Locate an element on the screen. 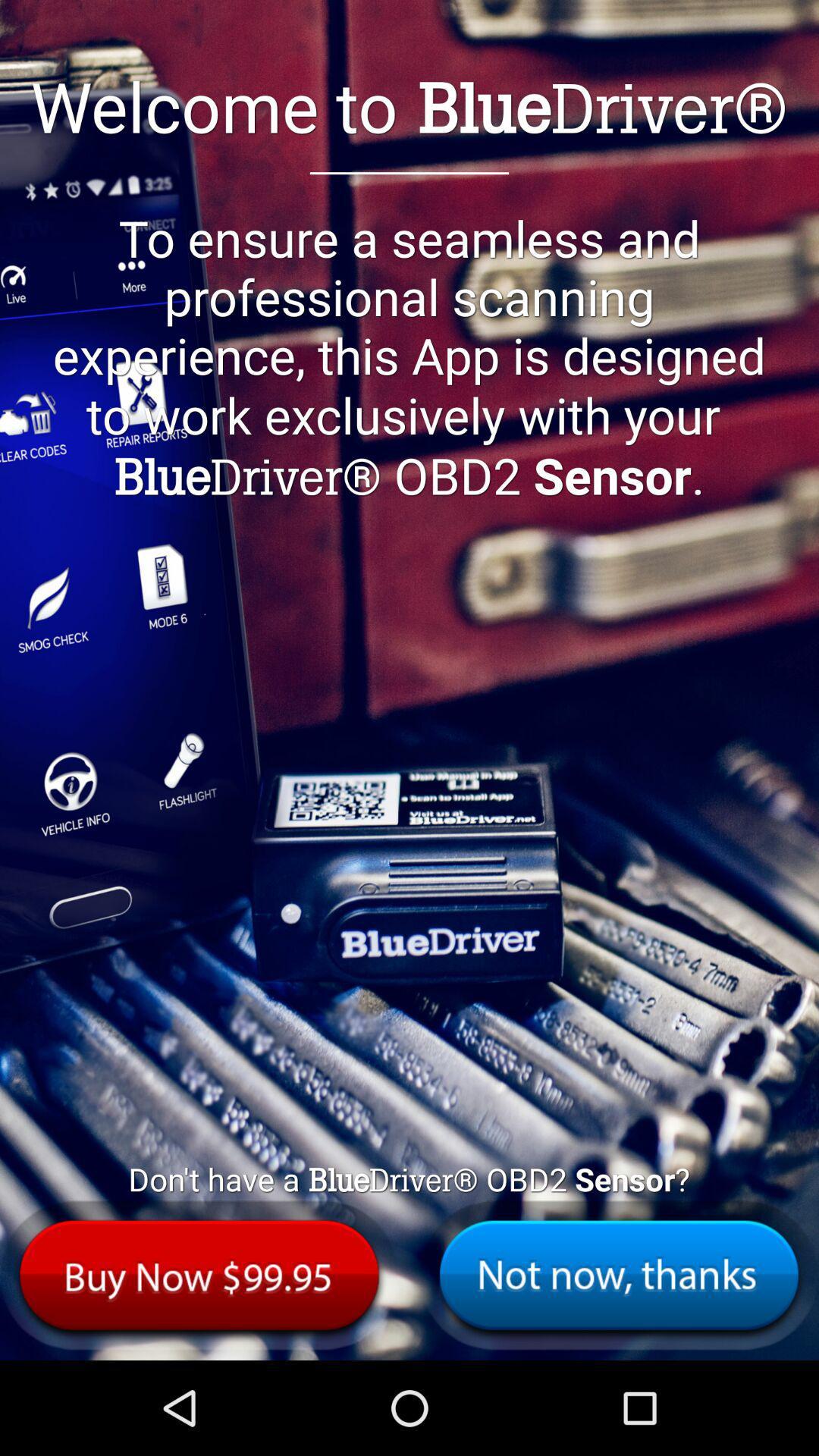  not now thanks is located at coordinates (619, 1274).